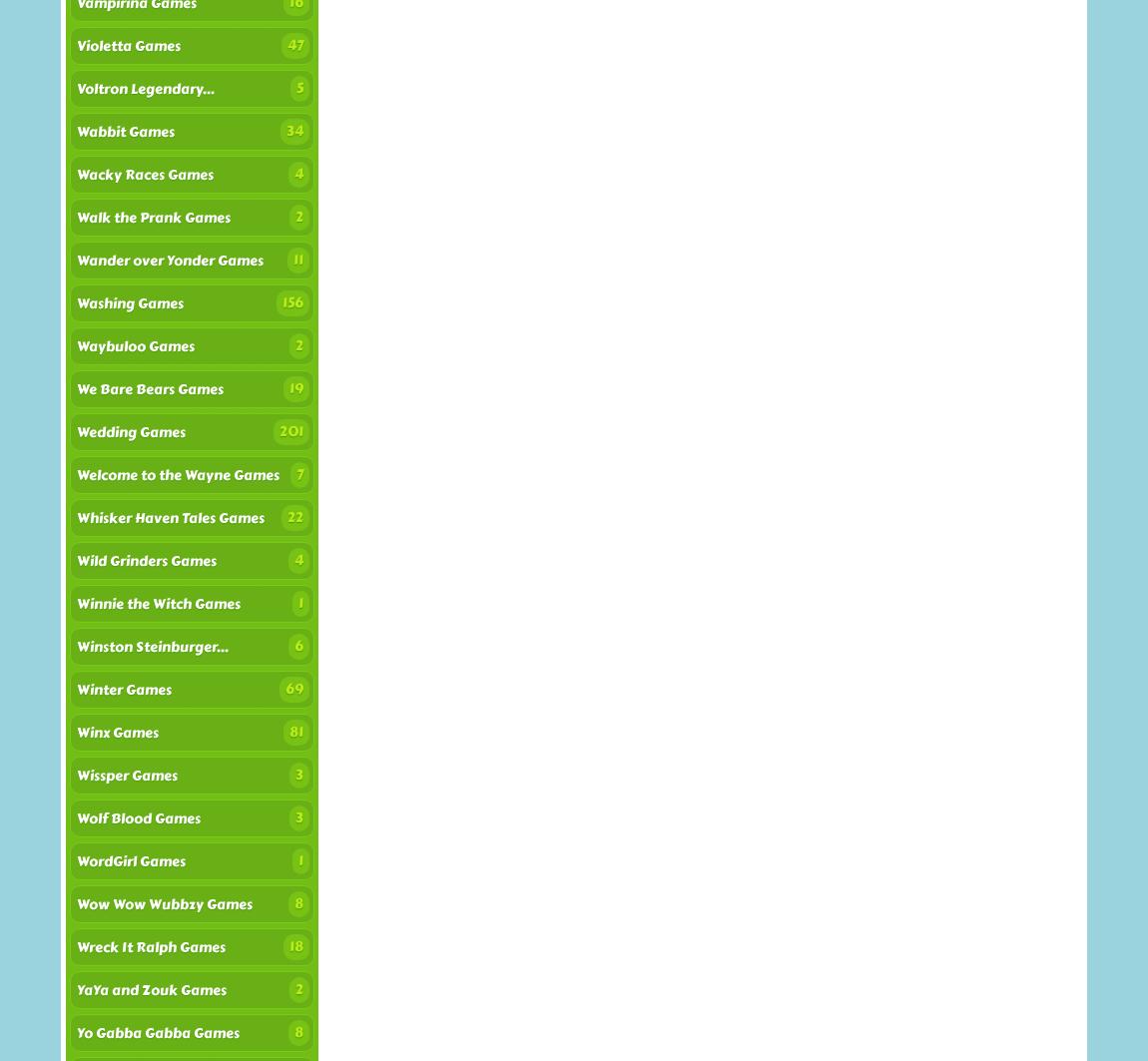 The image size is (1148, 1061). I want to click on 'Winter Games', so click(123, 689).